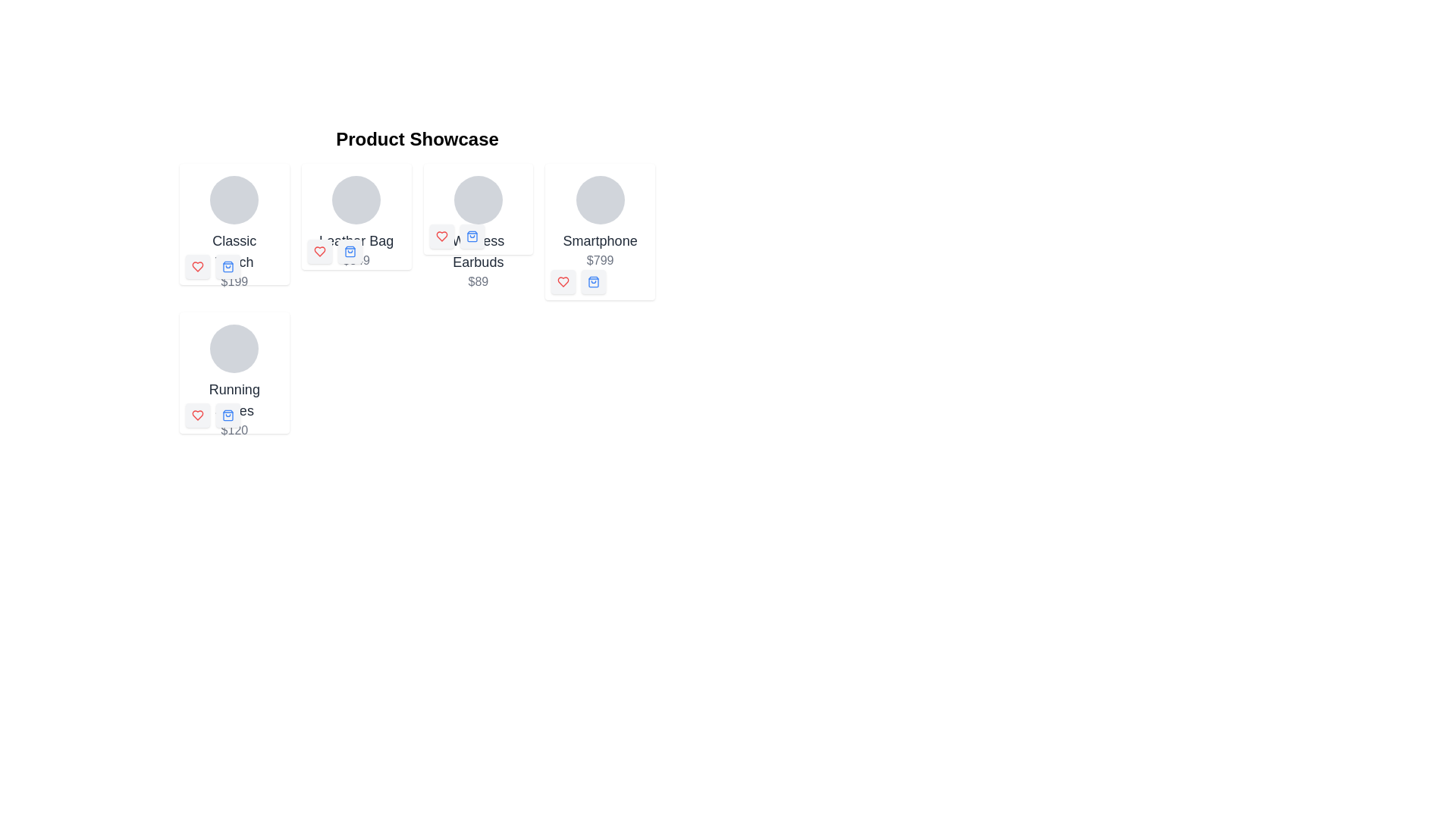 The image size is (1456, 819). What do you see at coordinates (227, 415) in the screenshot?
I see `the add to shopping bag icon located at the bottom of the product card for 'Running Shoes'` at bounding box center [227, 415].